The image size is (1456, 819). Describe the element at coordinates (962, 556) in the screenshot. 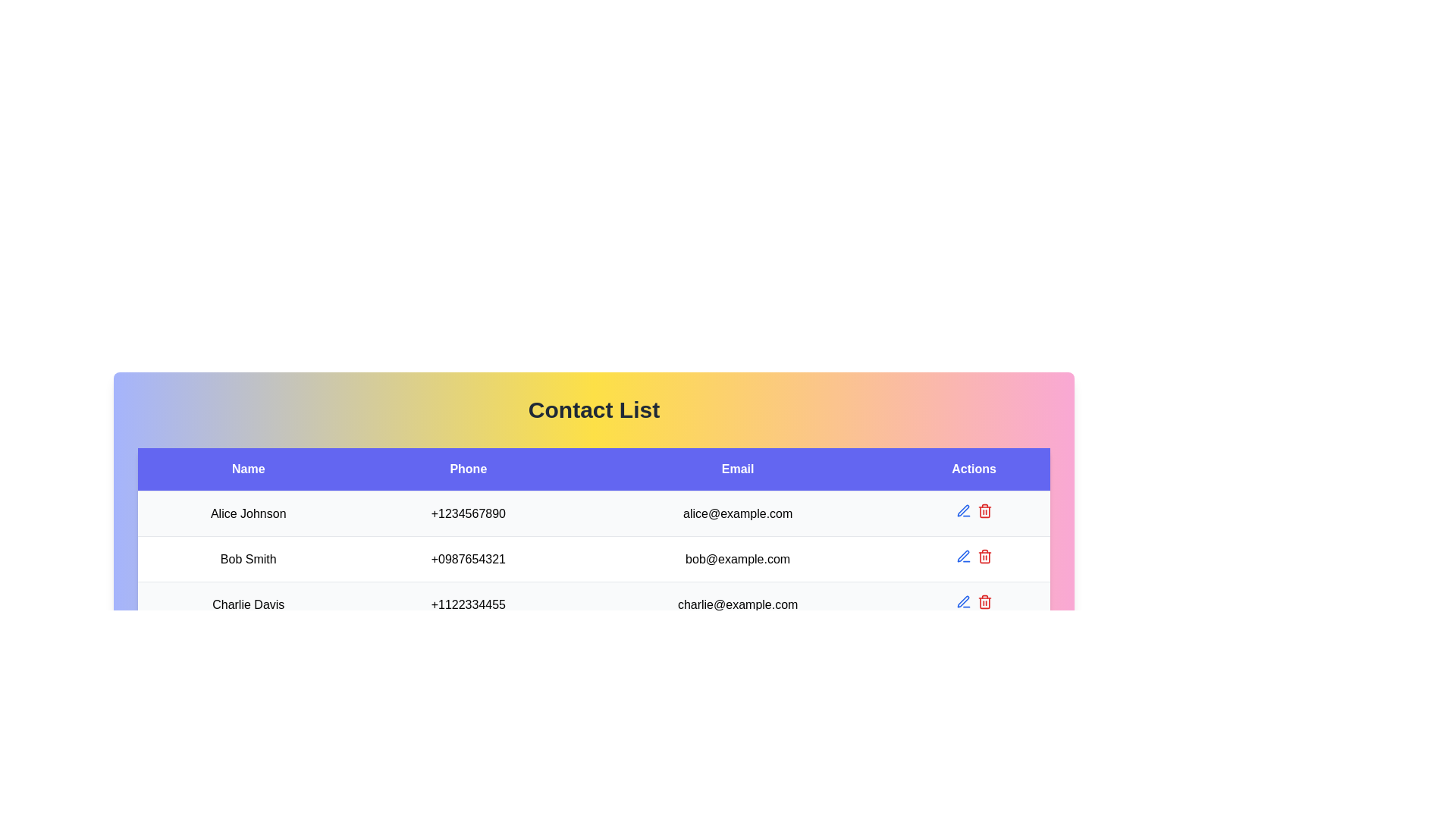

I see `the midsection of the pen icon` at that location.